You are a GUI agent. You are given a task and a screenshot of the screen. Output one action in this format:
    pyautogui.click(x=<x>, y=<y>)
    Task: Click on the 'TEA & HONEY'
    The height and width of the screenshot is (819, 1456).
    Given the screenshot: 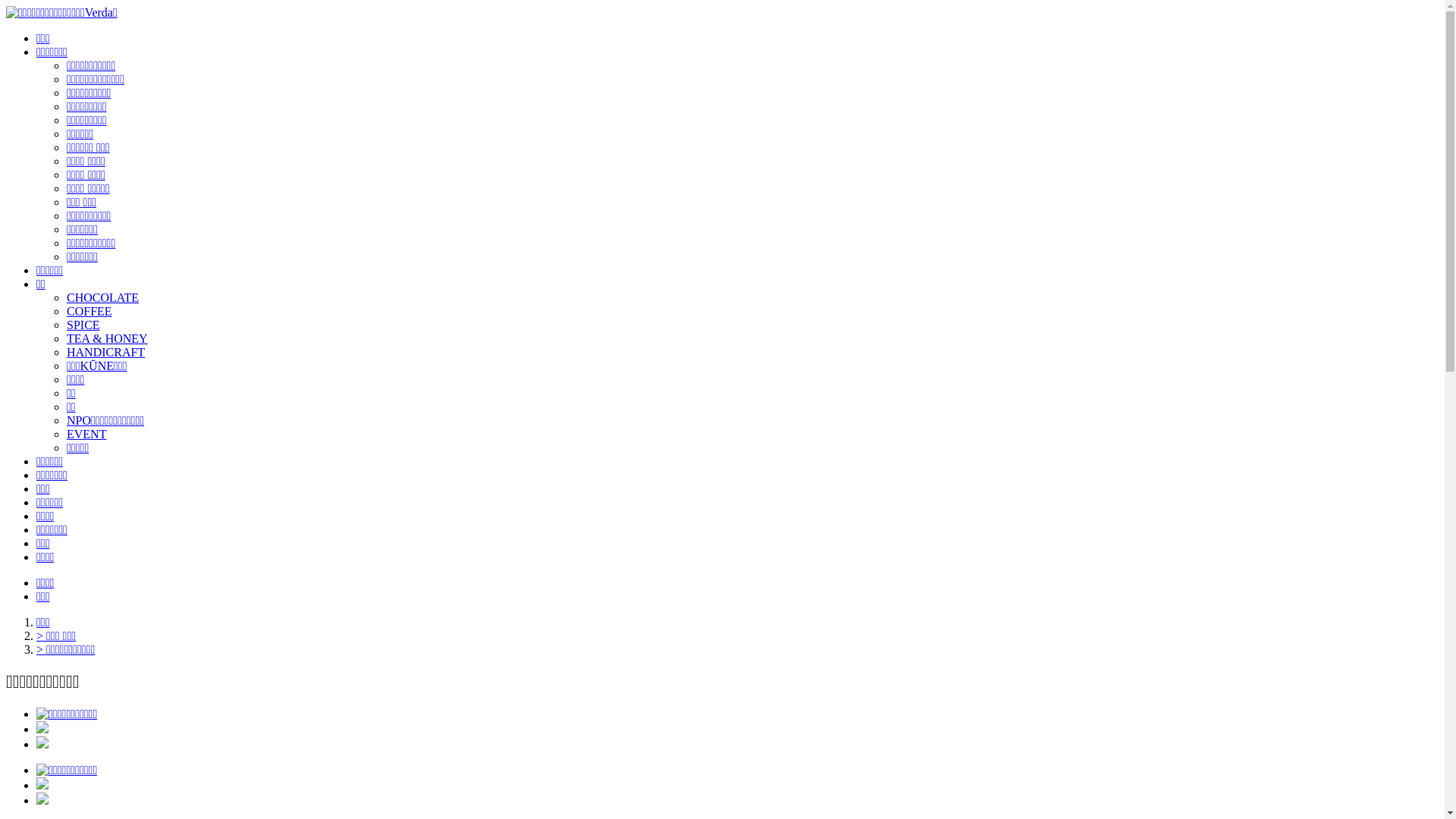 What is the action you would take?
    pyautogui.click(x=65, y=337)
    